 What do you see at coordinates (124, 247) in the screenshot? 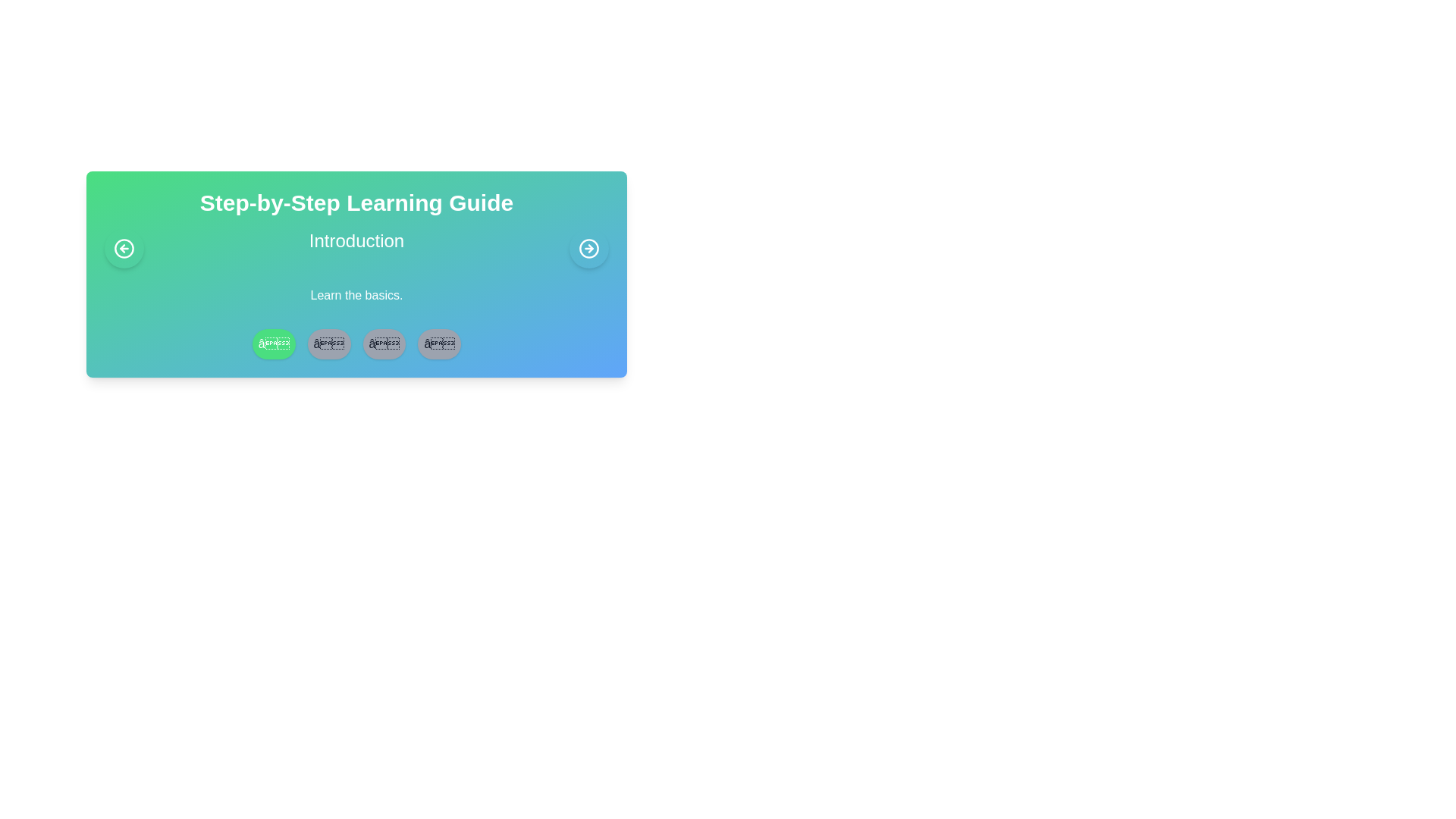
I see `the circular green button with a leftward arrow icon located on the left side of the panel, adjacent to the text 'Introduction'` at bounding box center [124, 247].